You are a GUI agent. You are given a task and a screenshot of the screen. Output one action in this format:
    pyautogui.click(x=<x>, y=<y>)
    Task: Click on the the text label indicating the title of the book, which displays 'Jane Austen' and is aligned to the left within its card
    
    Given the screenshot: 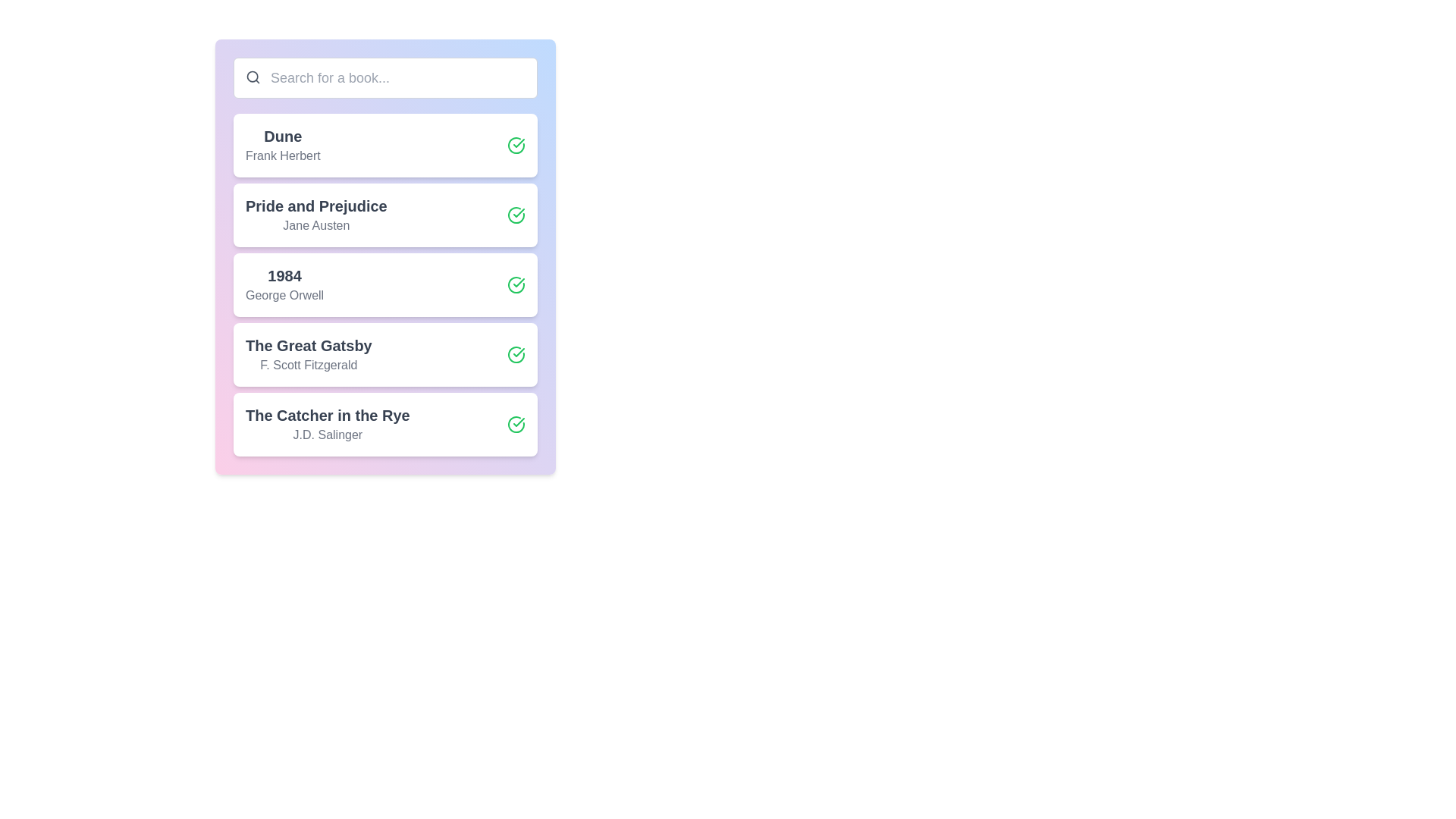 What is the action you would take?
    pyautogui.click(x=315, y=206)
    